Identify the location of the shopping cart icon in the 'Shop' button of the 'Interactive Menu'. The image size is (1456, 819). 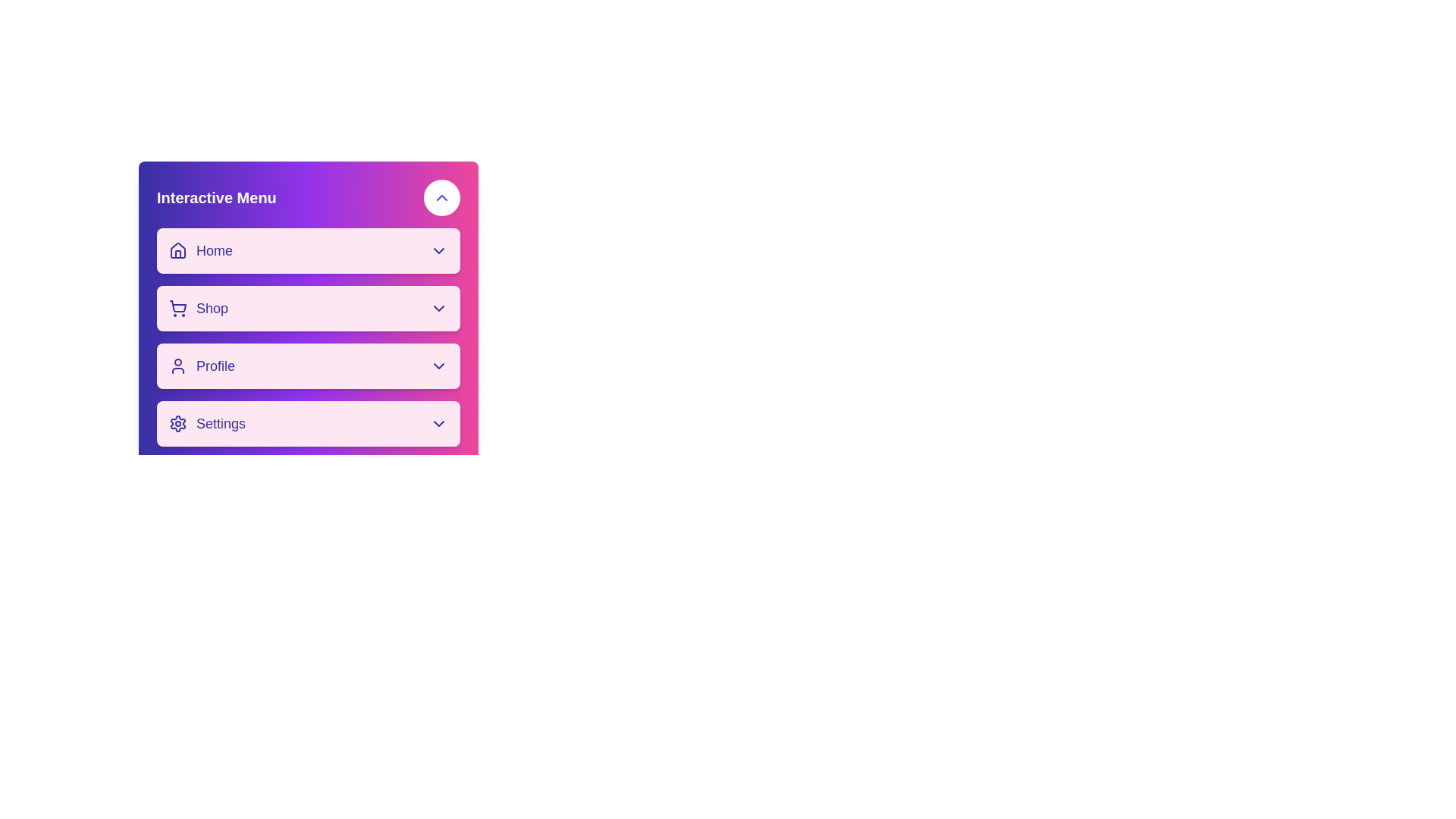
(178, 306).